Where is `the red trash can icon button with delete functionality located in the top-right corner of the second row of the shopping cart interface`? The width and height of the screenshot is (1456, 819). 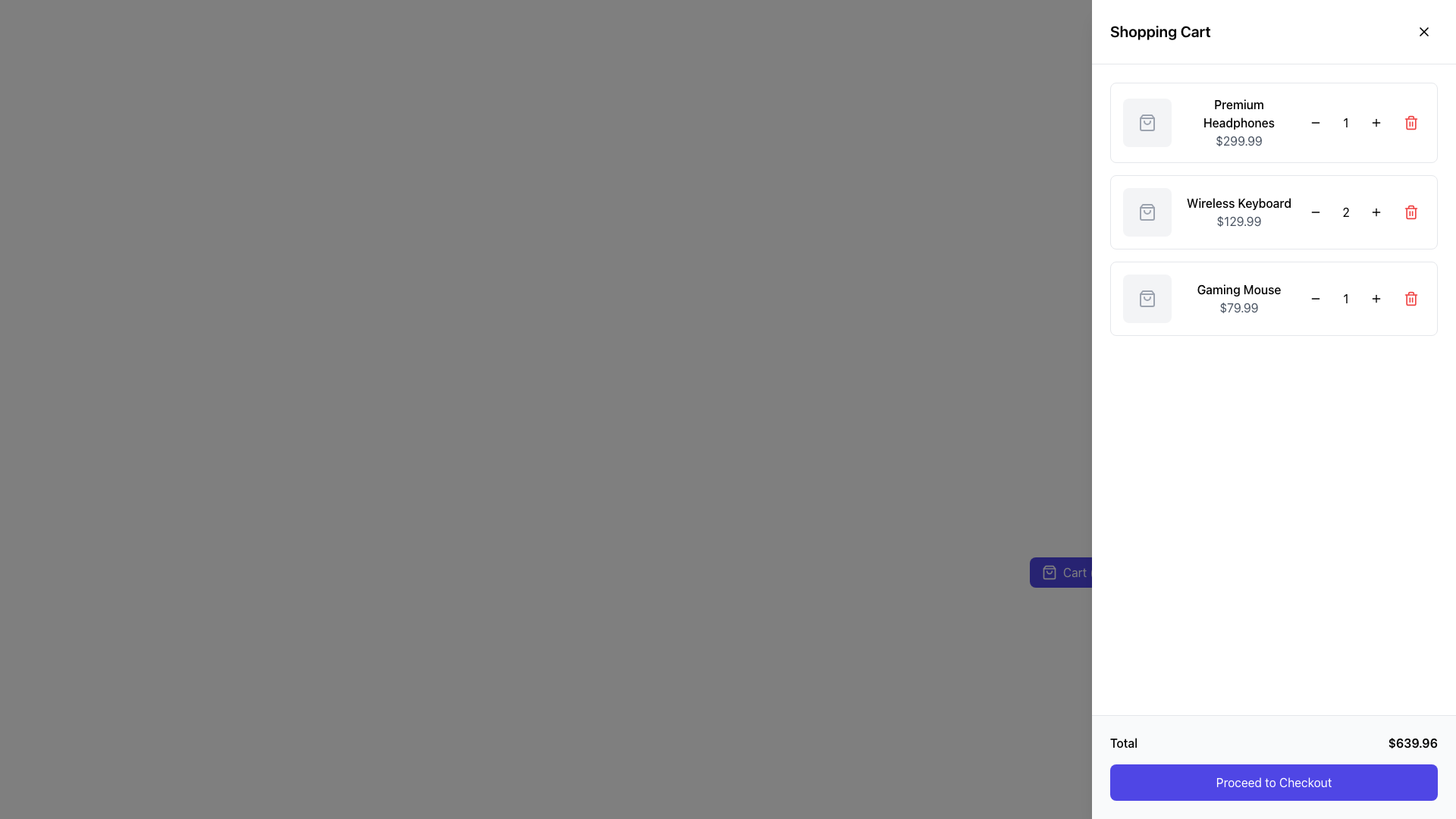 the red trash can icon button with delete functionality located in the top-right corner of the second row of the shopping cart interface is located at coordinates (1410, 212).